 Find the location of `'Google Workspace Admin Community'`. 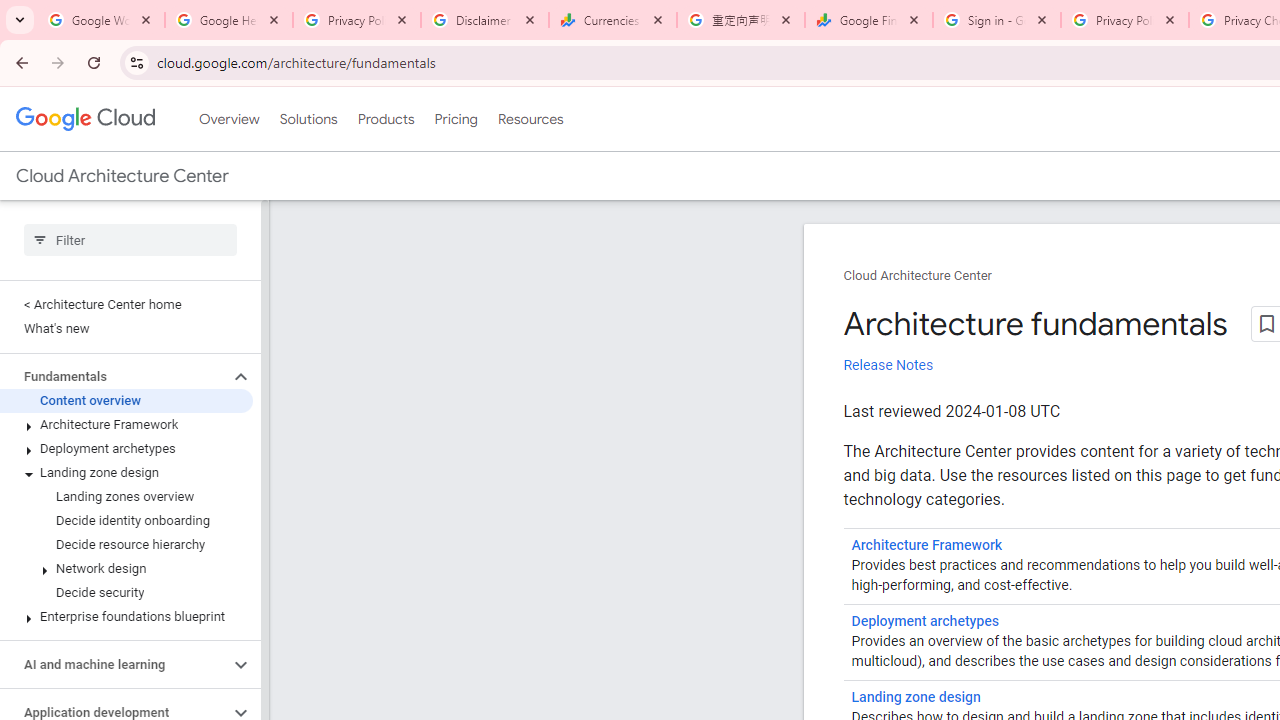

'Google Workspace Admin Community' is located at coordinates (100, 20).